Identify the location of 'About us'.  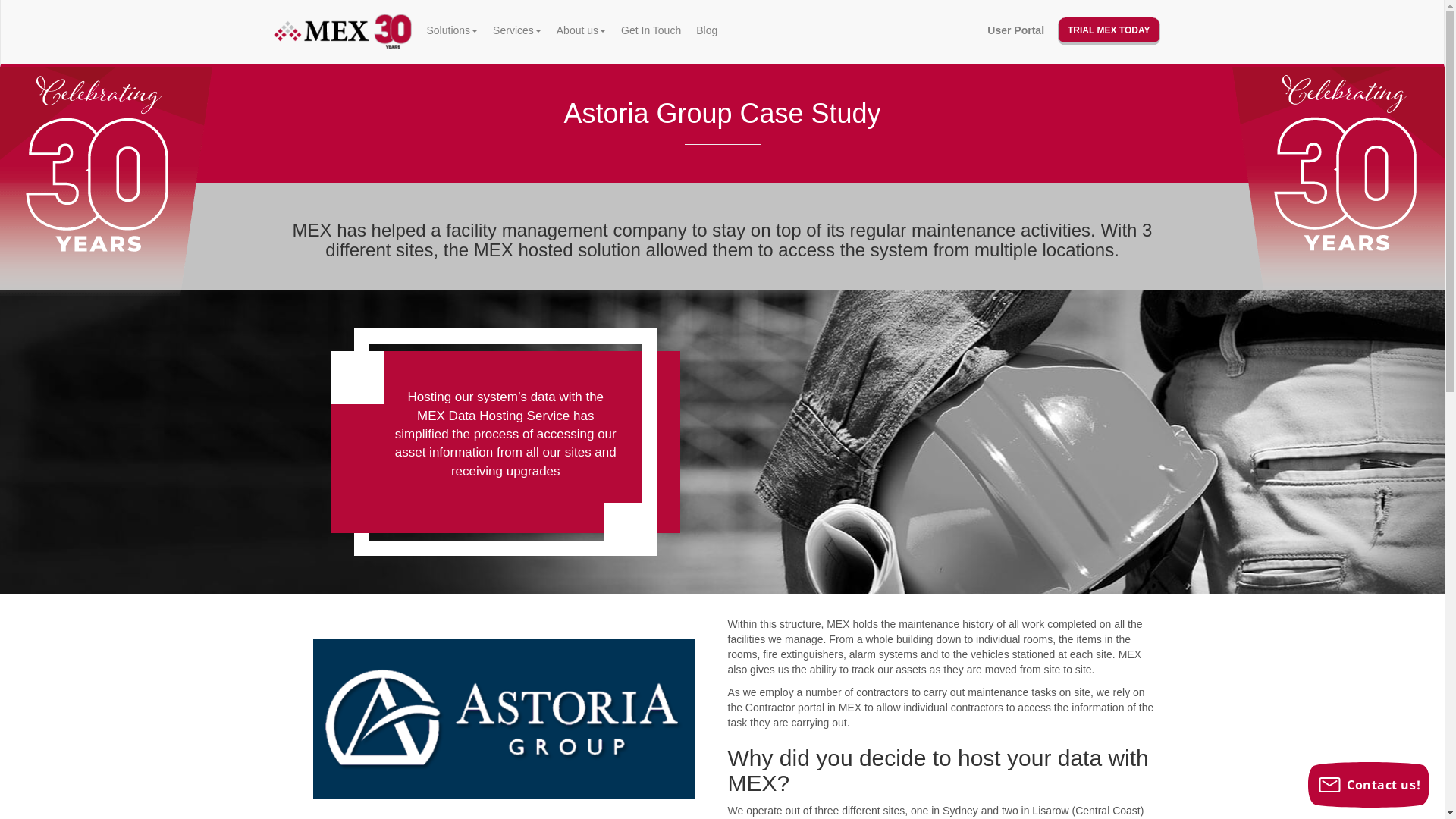
(580, 30).